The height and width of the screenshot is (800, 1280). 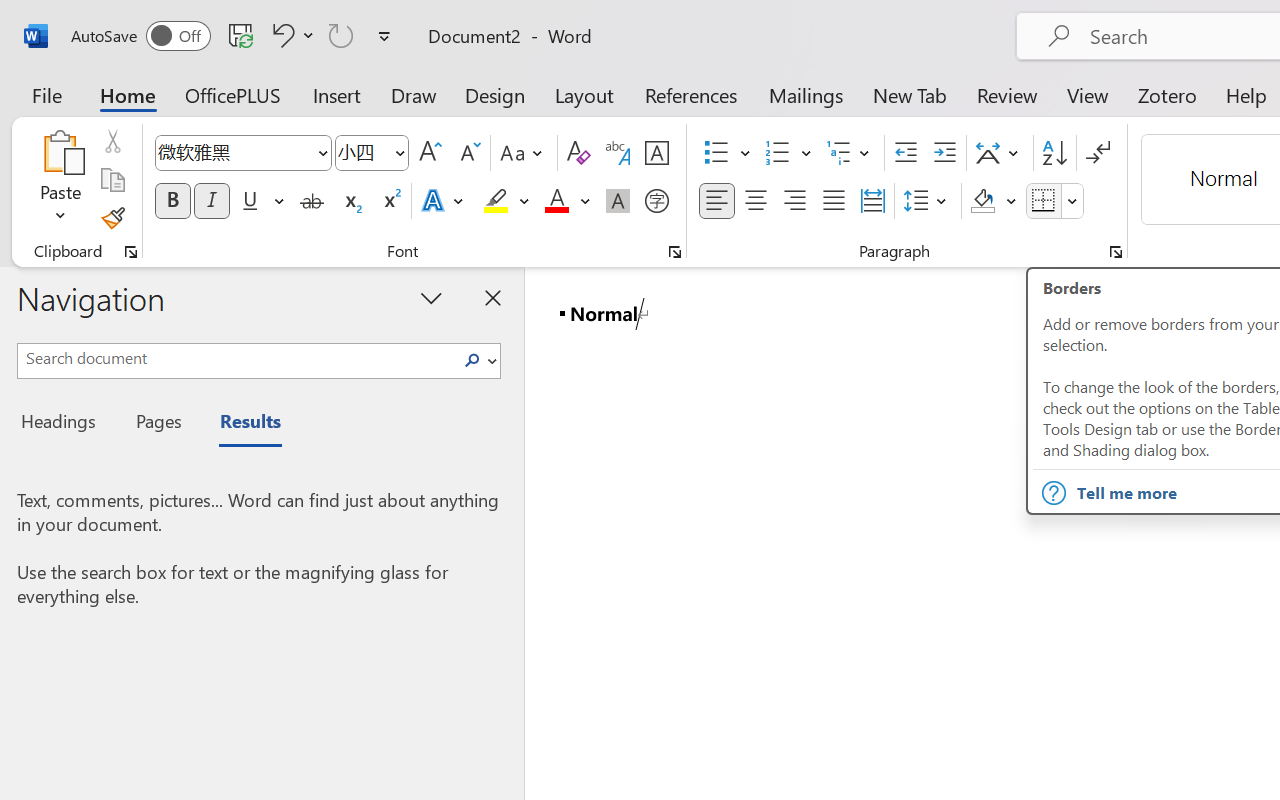 What do you see at coordinates (716, 153) in the screenshot?
I see `'Bullets'` at bounding box center [716, 153].